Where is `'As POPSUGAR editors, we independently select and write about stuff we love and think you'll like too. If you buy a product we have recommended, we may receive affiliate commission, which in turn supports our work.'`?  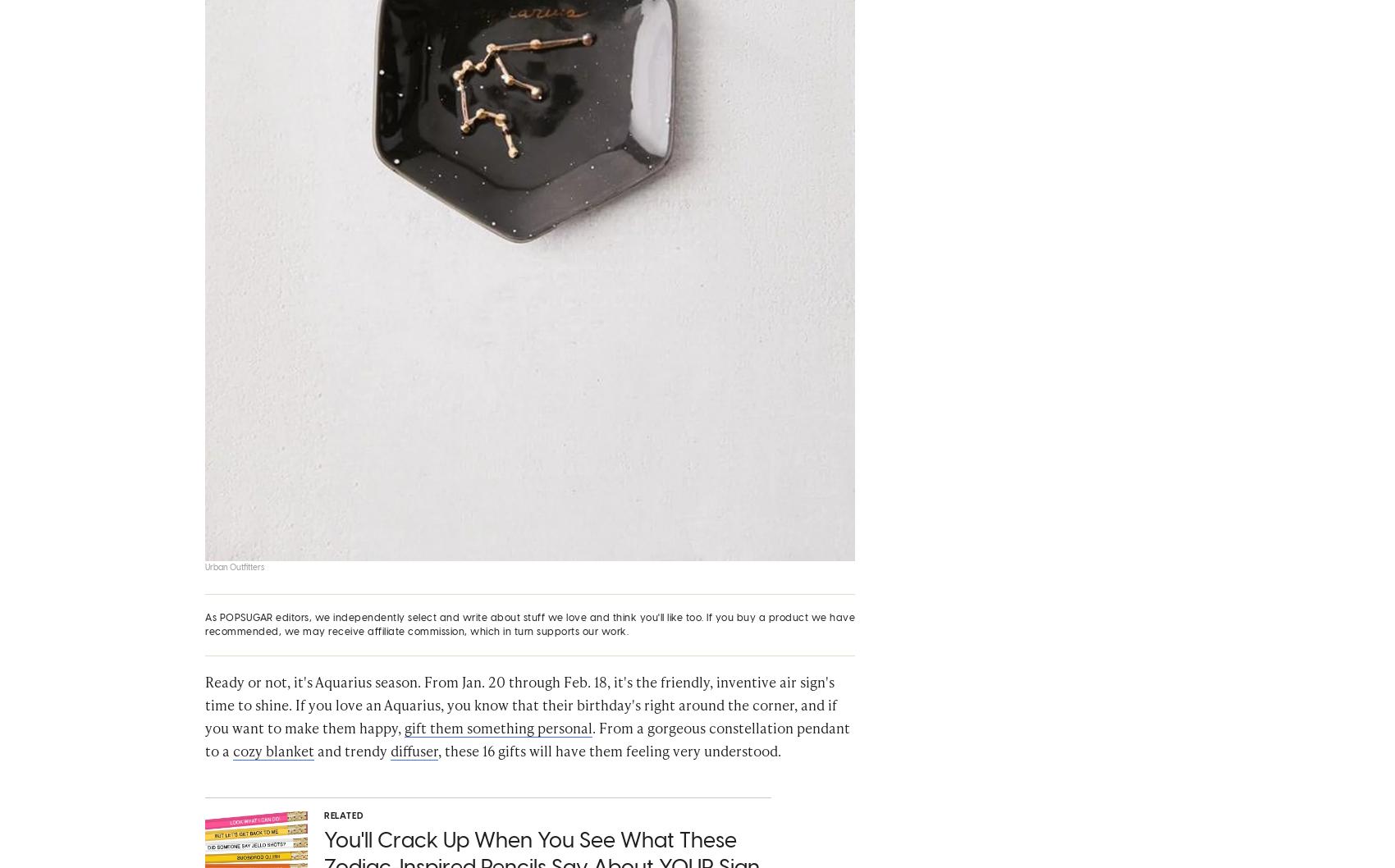 'As POPSUGAR editors, we independently select and write about stuff we love and think you'll like too. If you buy a product we have recommended, we may receive affiliate commission, which in turn supports our work.' is located at coordinates (205, 629).